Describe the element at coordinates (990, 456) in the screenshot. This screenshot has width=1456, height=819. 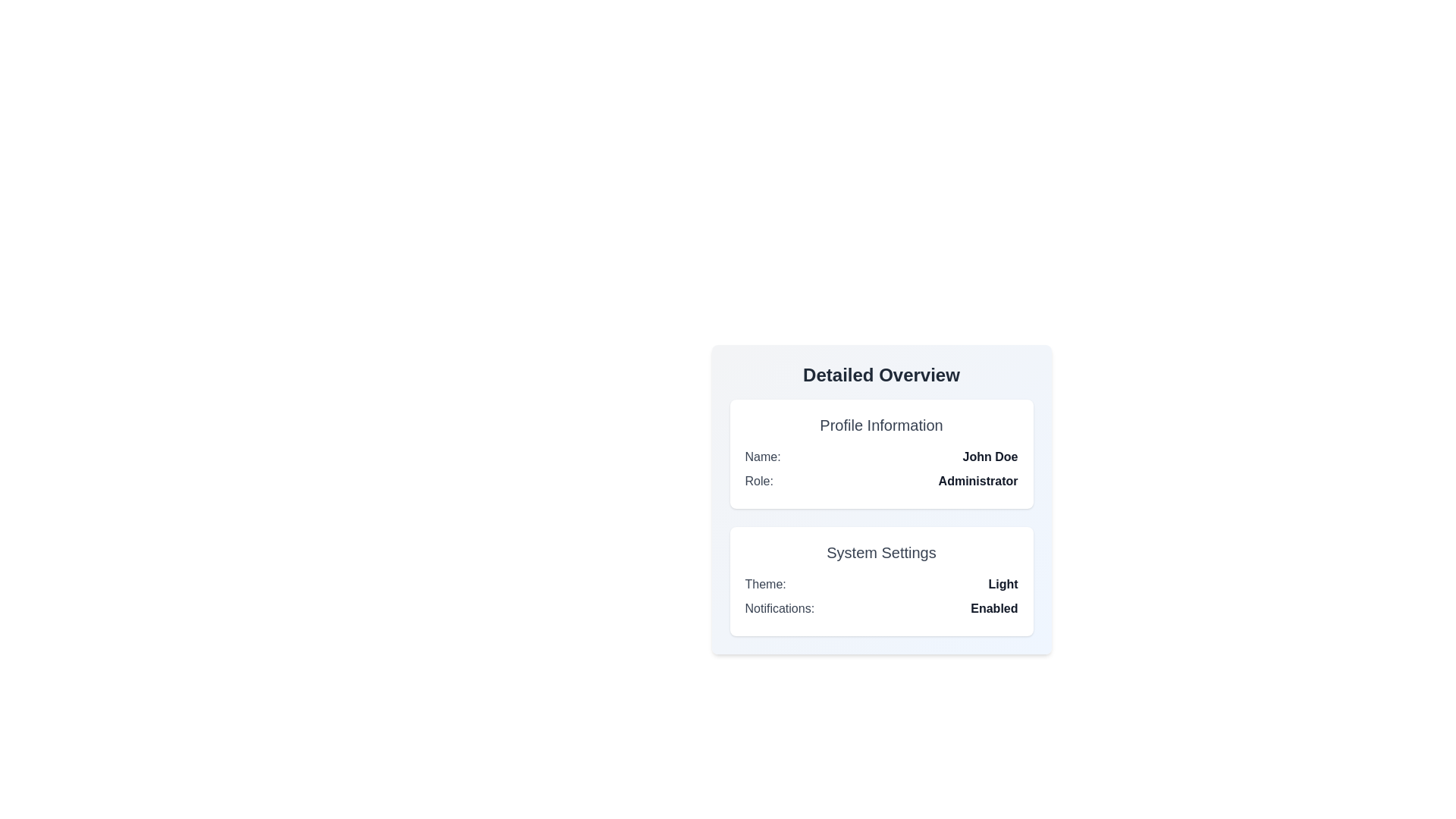
I see `the Text Label that displays the user's name in the Profile Information section, positioned to the right of the label 'Name:' and vertically aligned in the middle` at that location.